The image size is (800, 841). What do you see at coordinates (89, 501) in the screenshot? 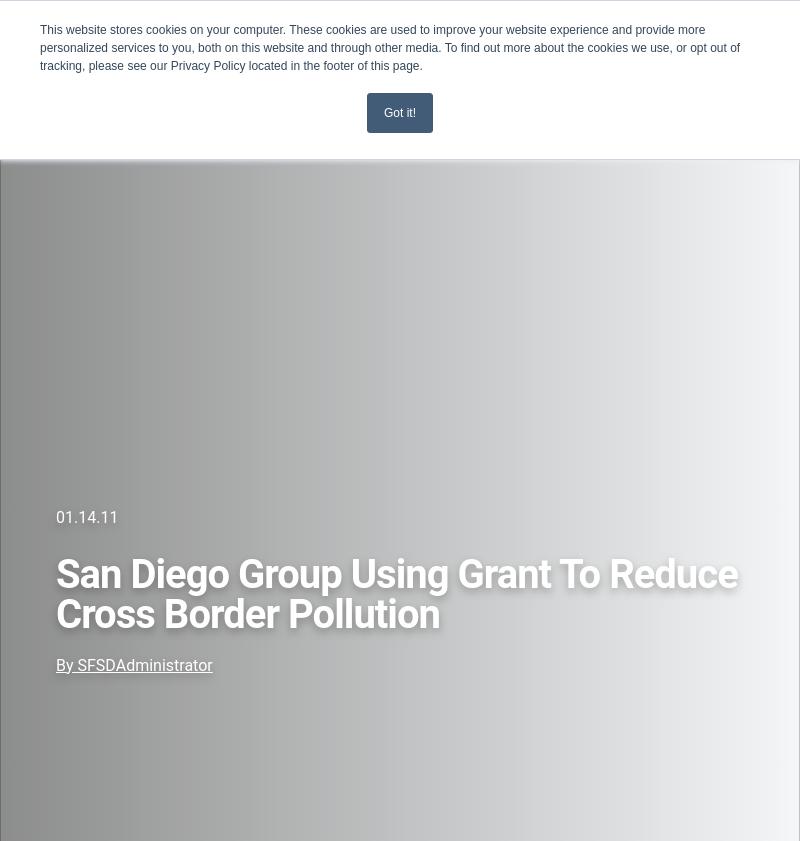
I see `'Rise Above Plastics'` at bounding box center [89, 501].